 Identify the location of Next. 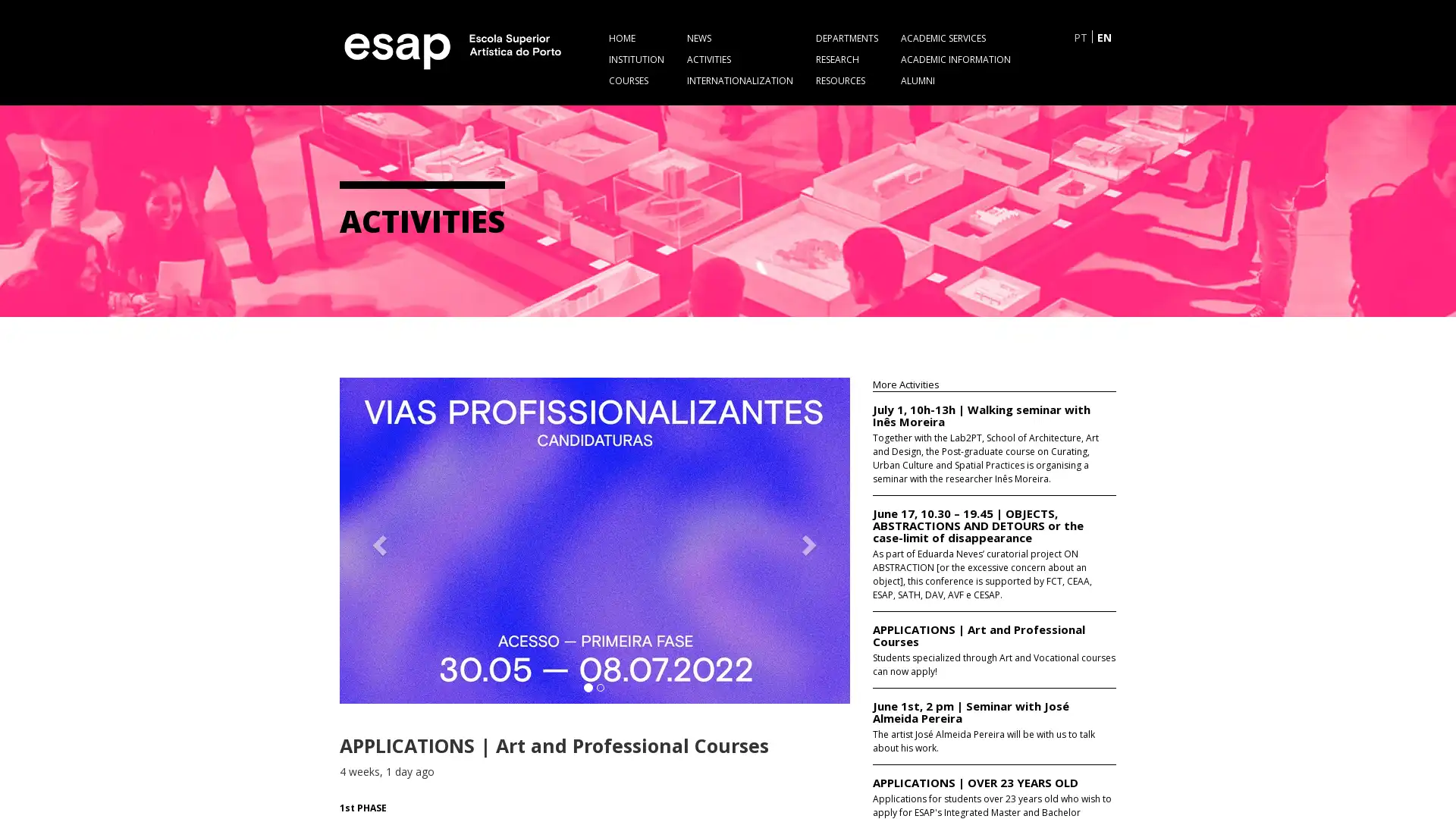
(810, 539).